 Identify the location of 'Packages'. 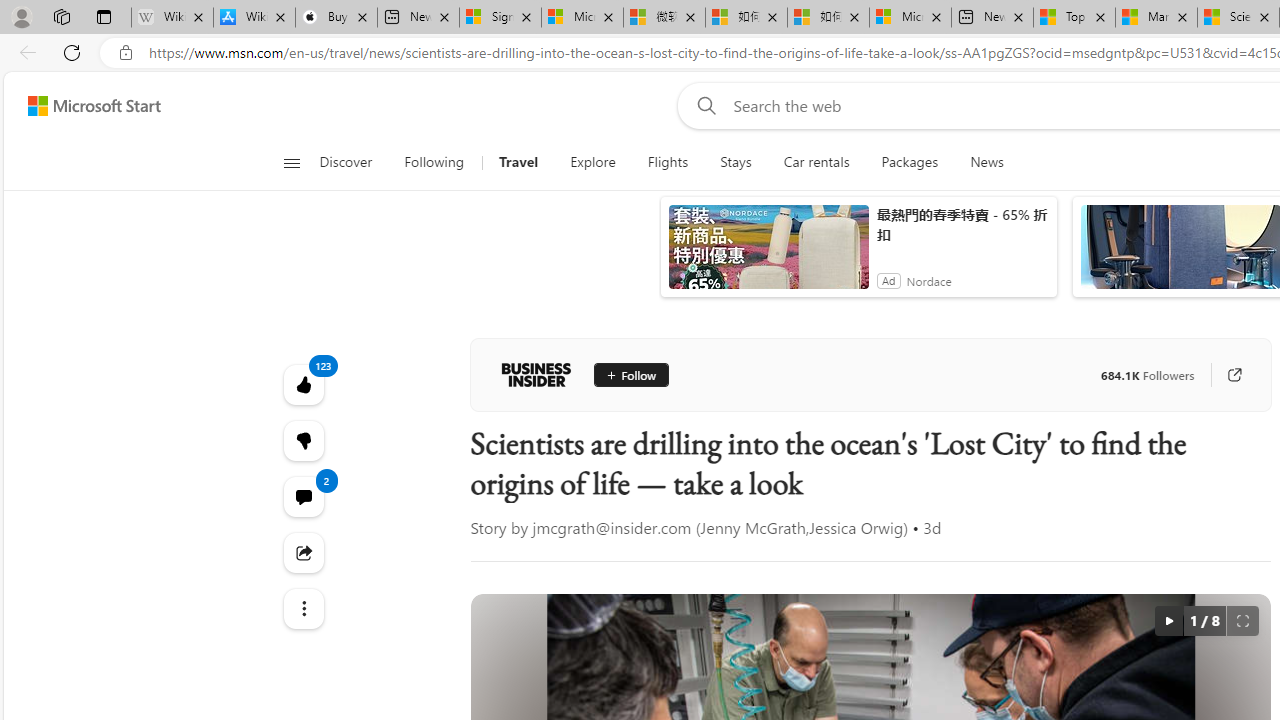
(909, 162).